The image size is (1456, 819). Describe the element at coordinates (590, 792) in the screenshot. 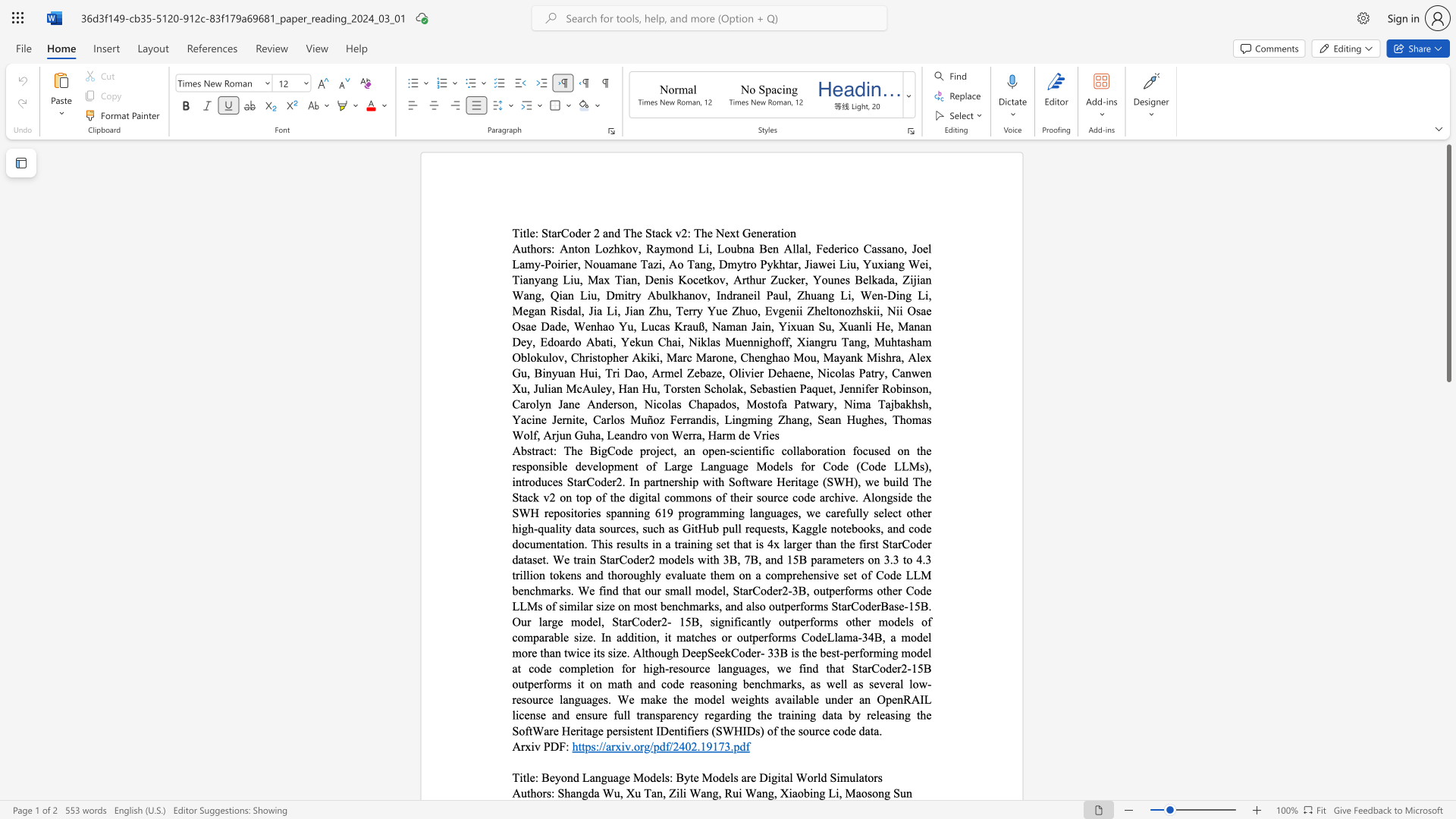

I see `the 1th character "d" in the text` at that location.